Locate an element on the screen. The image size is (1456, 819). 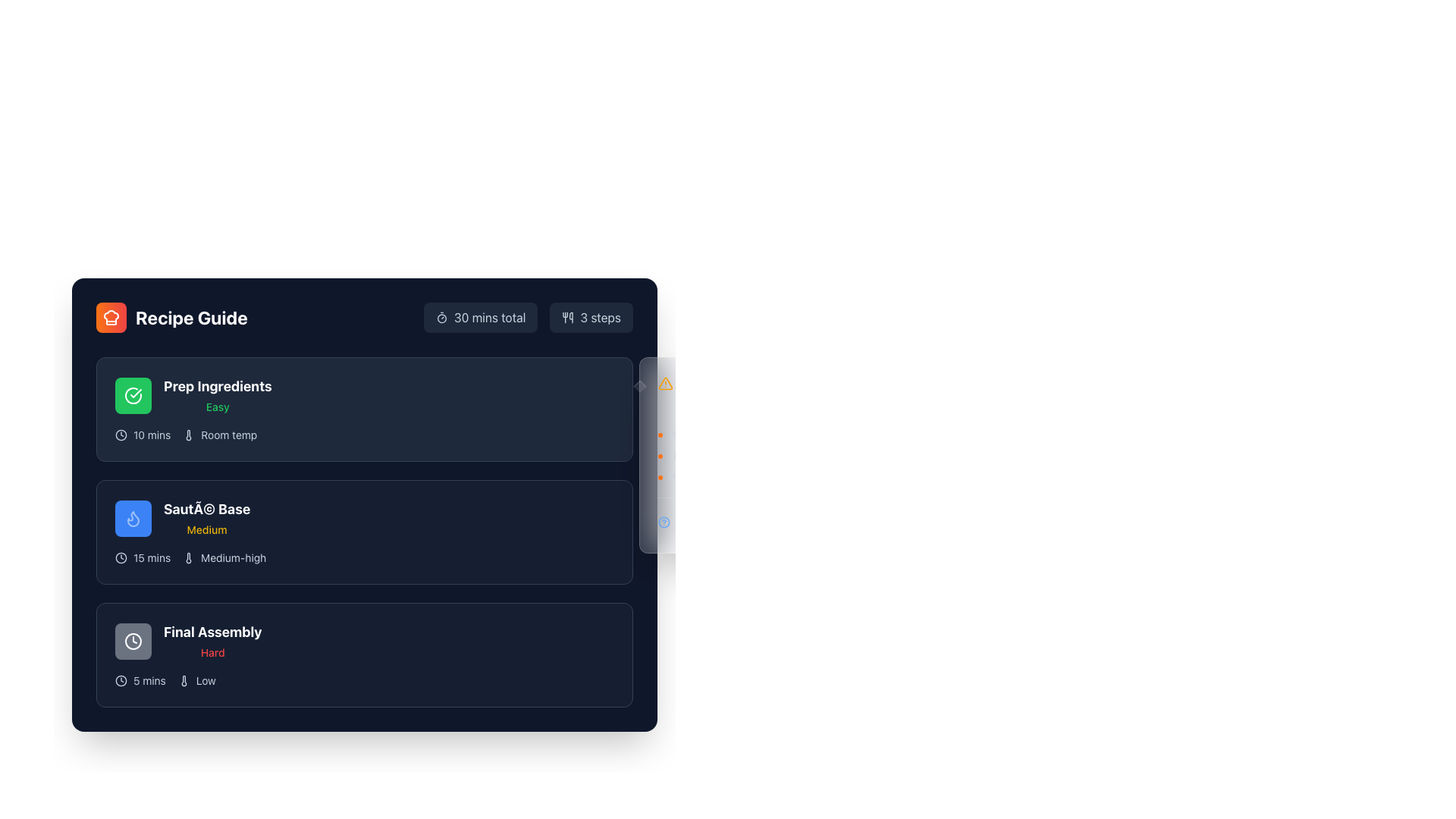
the static informational label displaying the time duration for the 'Prep Ingredients' step in the recipe guide is located at coordinates (143, 435).